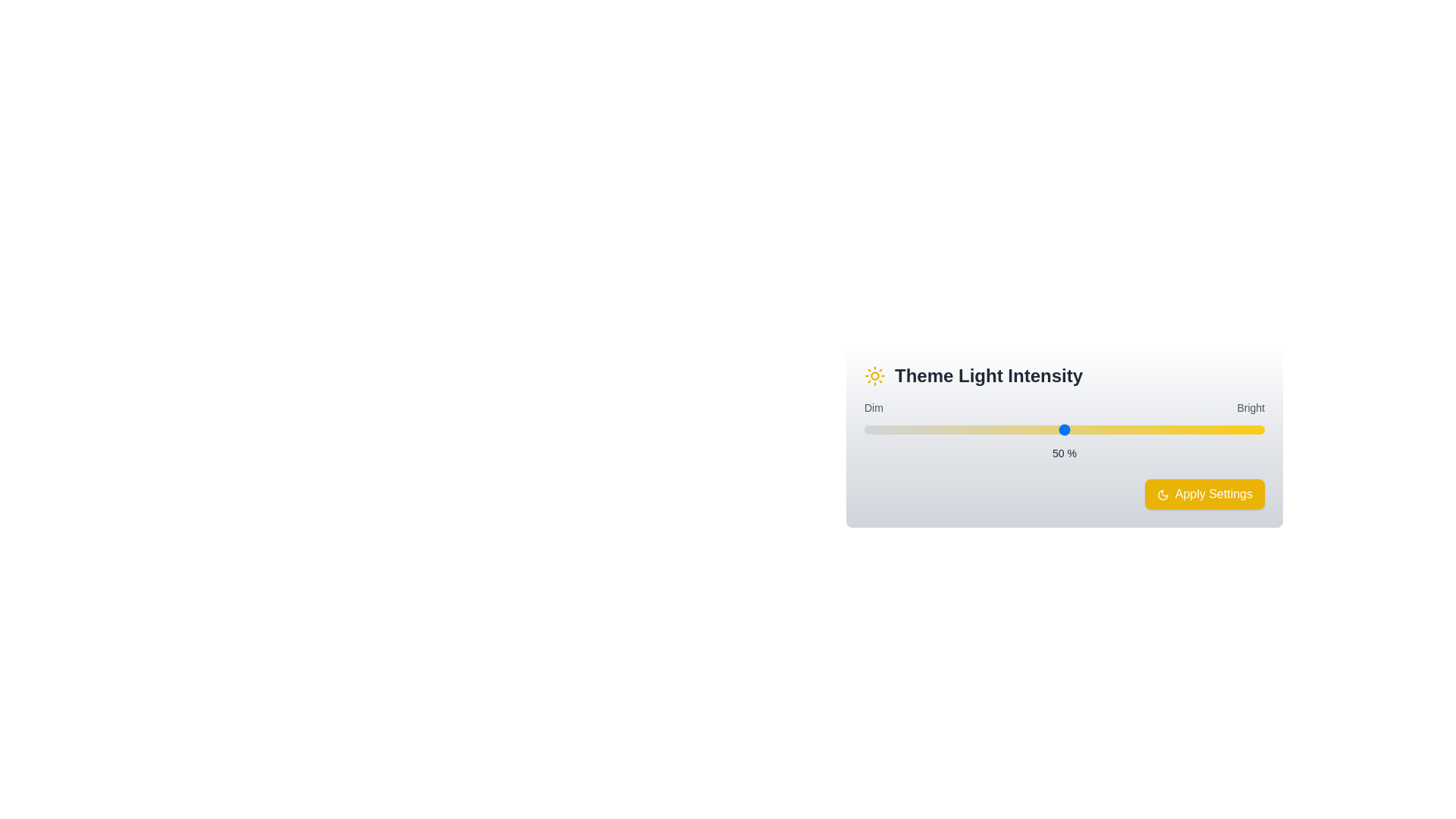  I want to click on the light intensity to 3% by interacting with the slider, so click(876, 430).